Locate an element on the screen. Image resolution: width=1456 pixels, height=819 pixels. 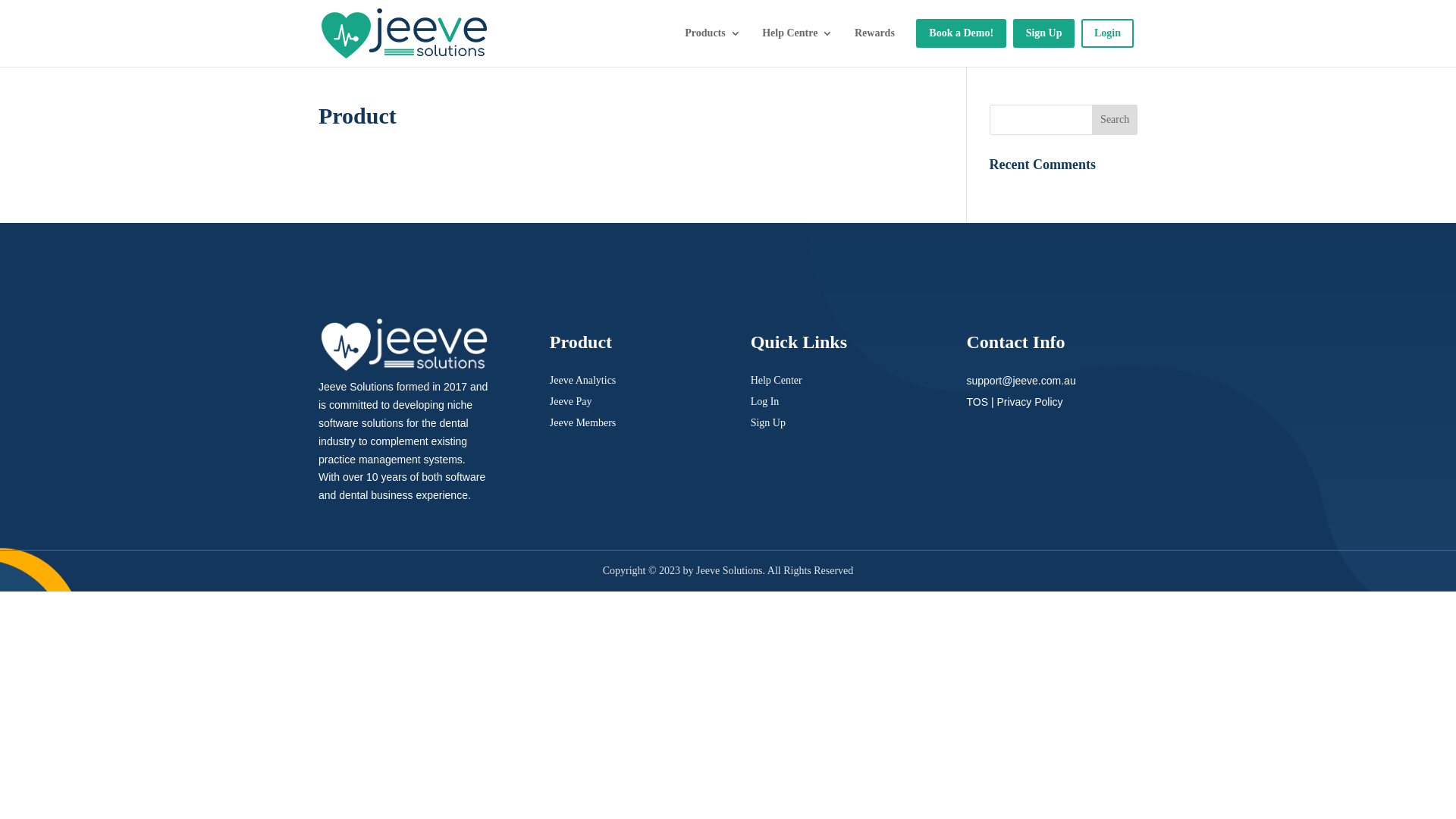
'Jeeve Analytics' is located at coordinates (582, 379).